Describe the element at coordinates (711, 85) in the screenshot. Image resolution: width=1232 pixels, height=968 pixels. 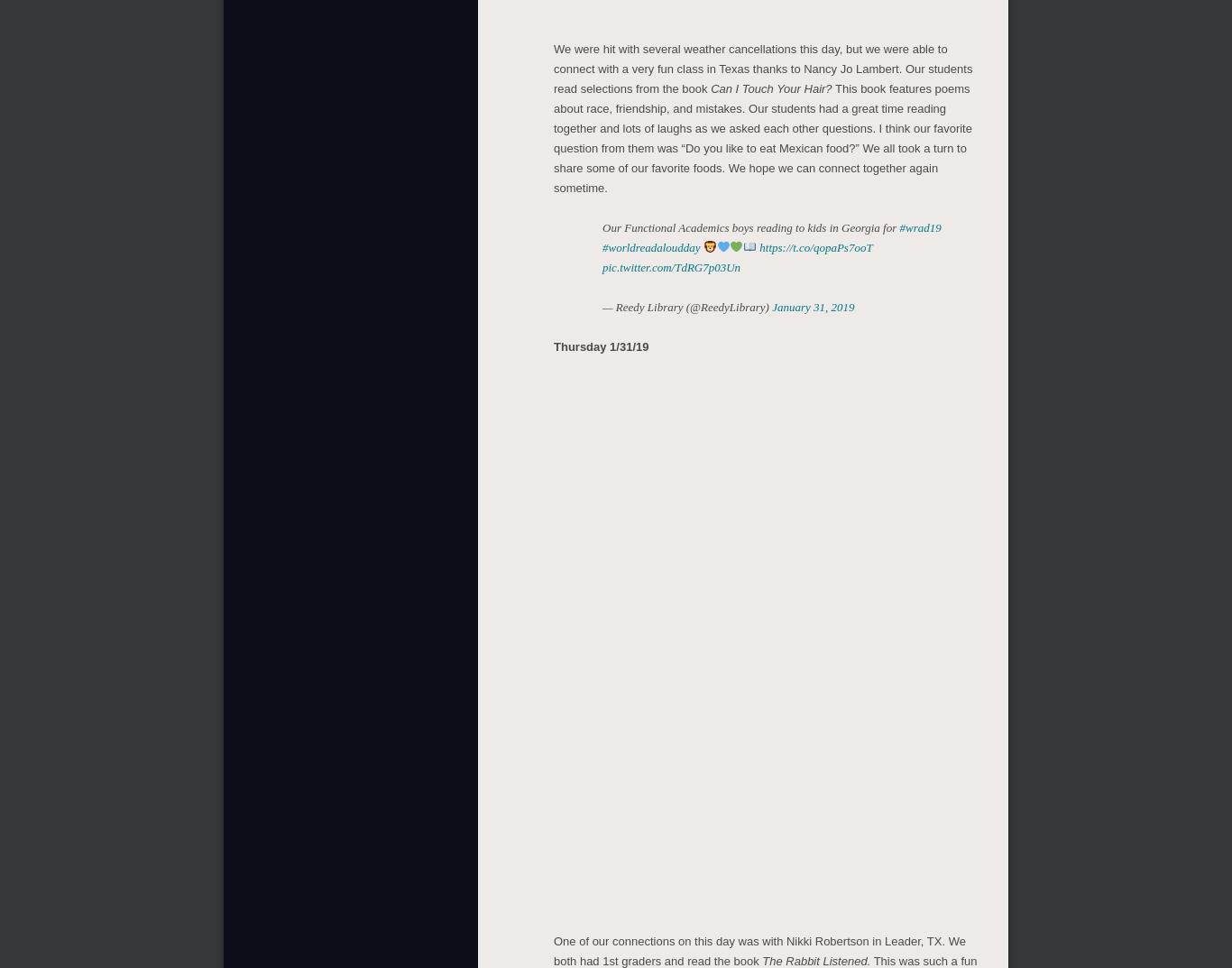
I see `'Can I Touch Your Hair?'` at that location.